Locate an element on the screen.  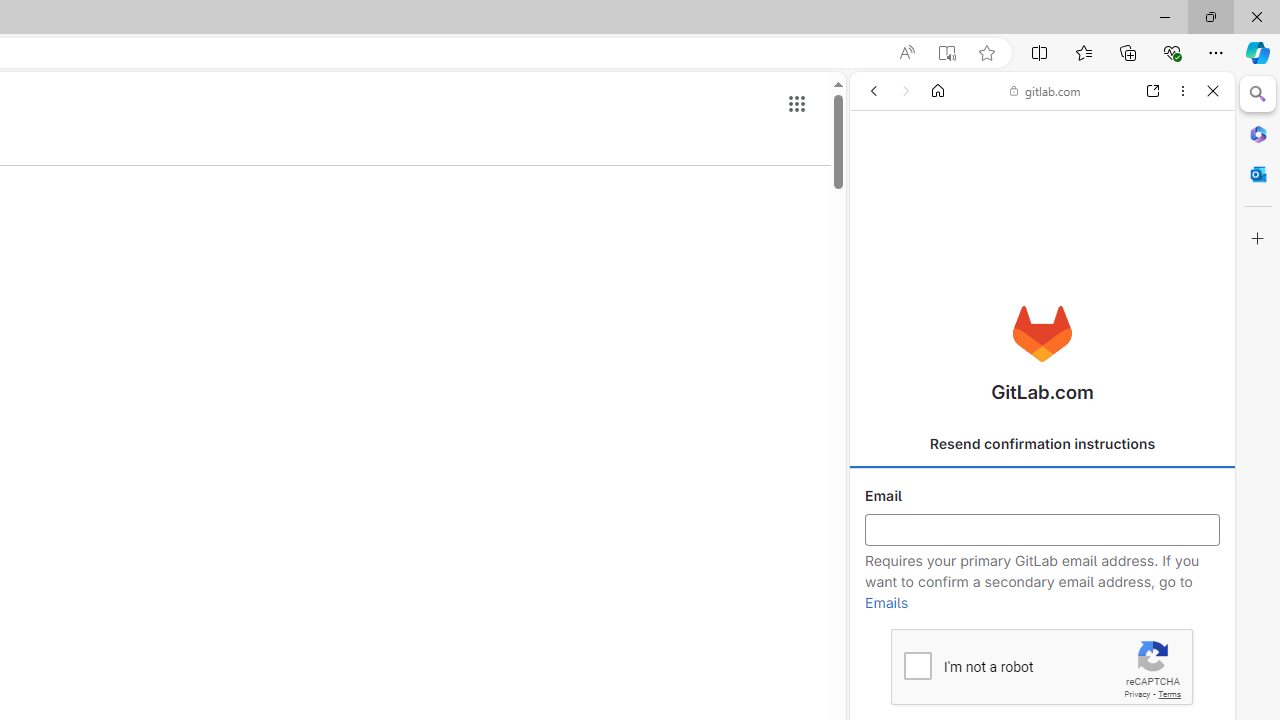
'About GitLab' is located at coordinates (1041, 592).